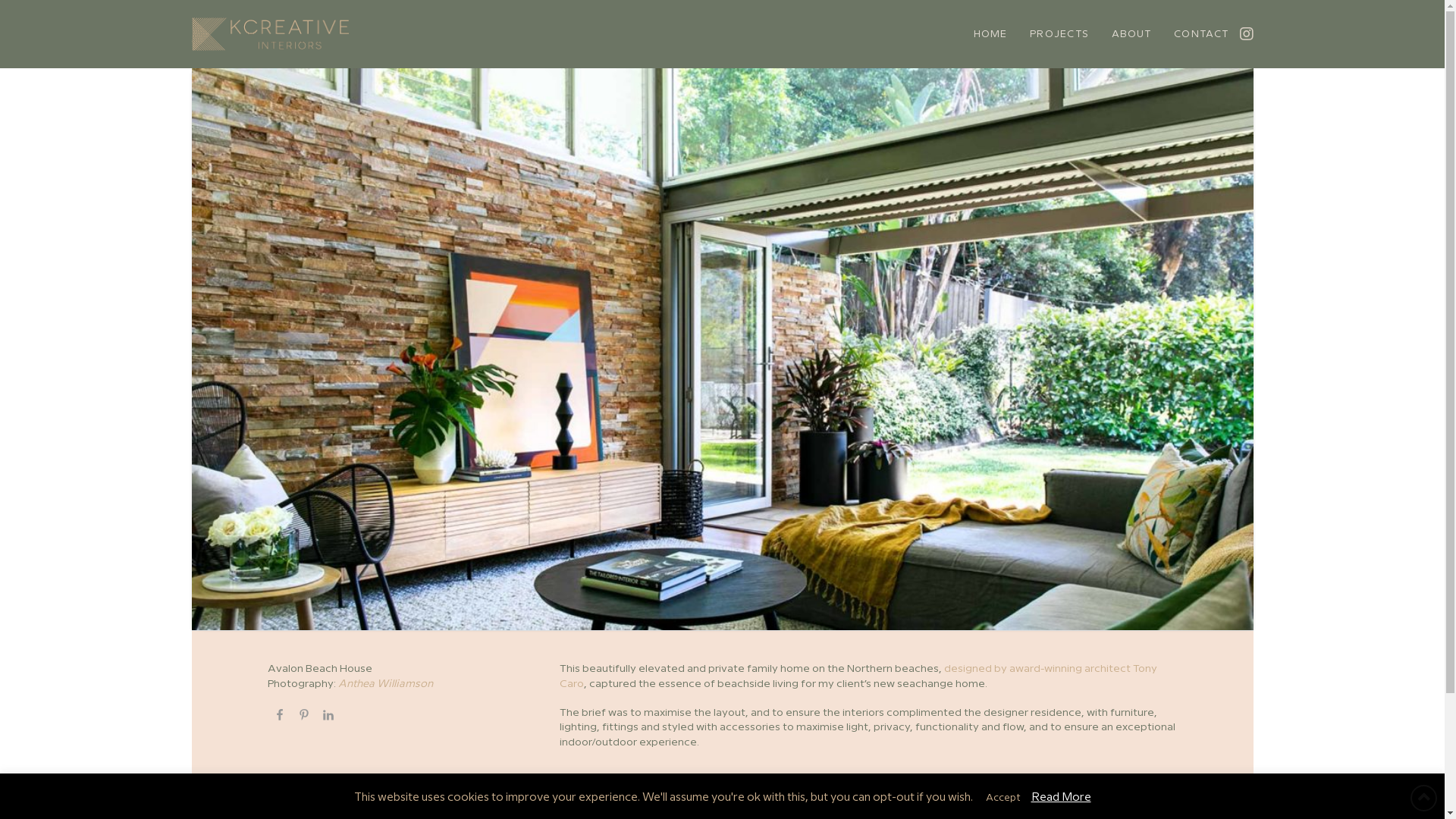 The image size is (1456, 819). Describe the element at coordinates (1003, 797) in the screenshot. I see `'Accept'` at that location.